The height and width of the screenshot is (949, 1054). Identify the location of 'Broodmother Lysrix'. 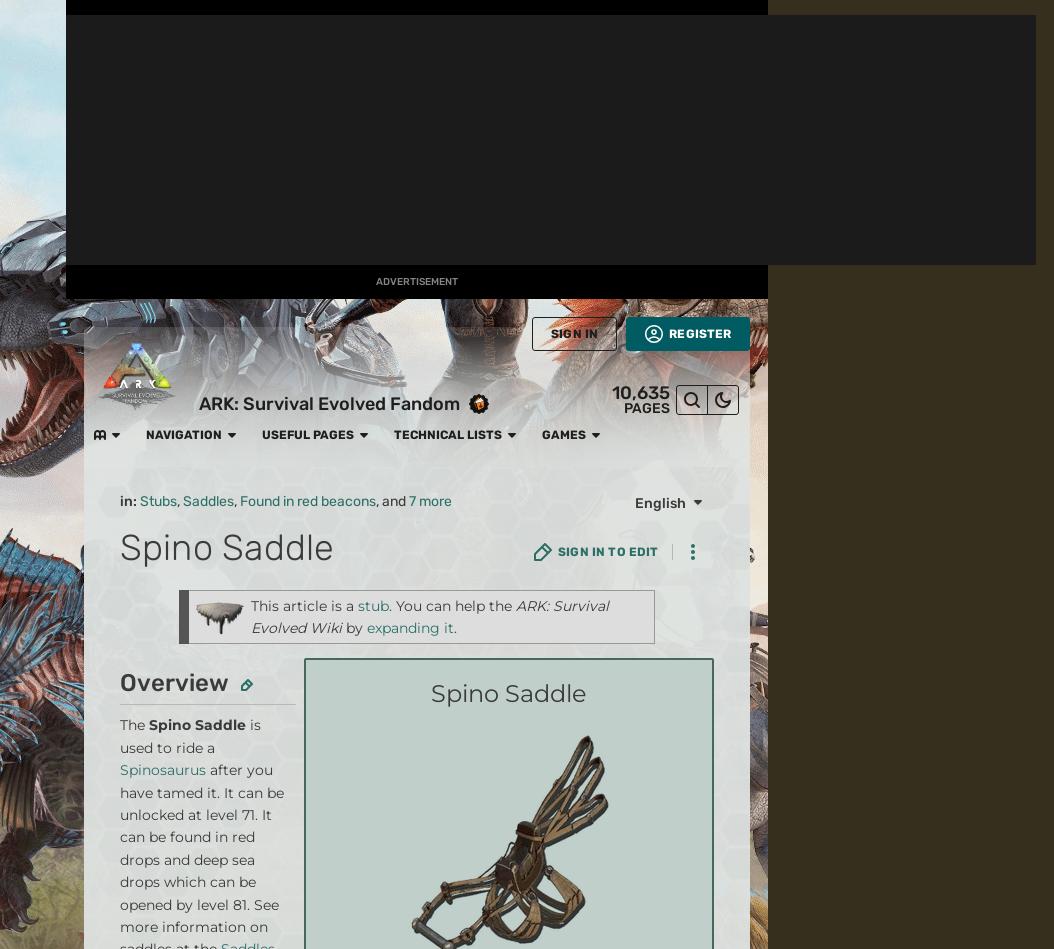
(248, 334).